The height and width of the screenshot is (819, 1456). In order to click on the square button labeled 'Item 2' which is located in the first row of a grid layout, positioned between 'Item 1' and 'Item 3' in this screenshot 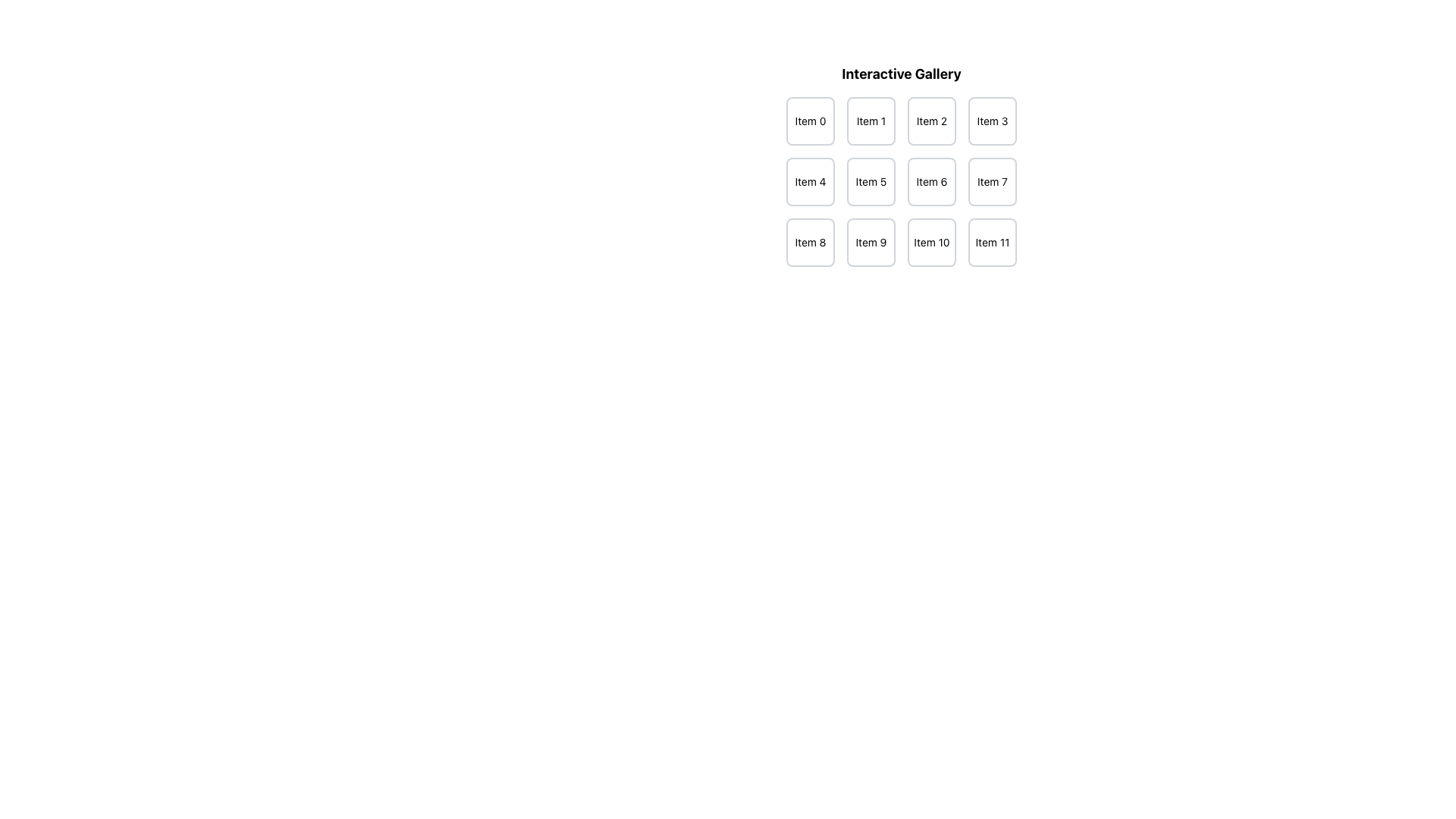, I will do `click(930, 120)`.